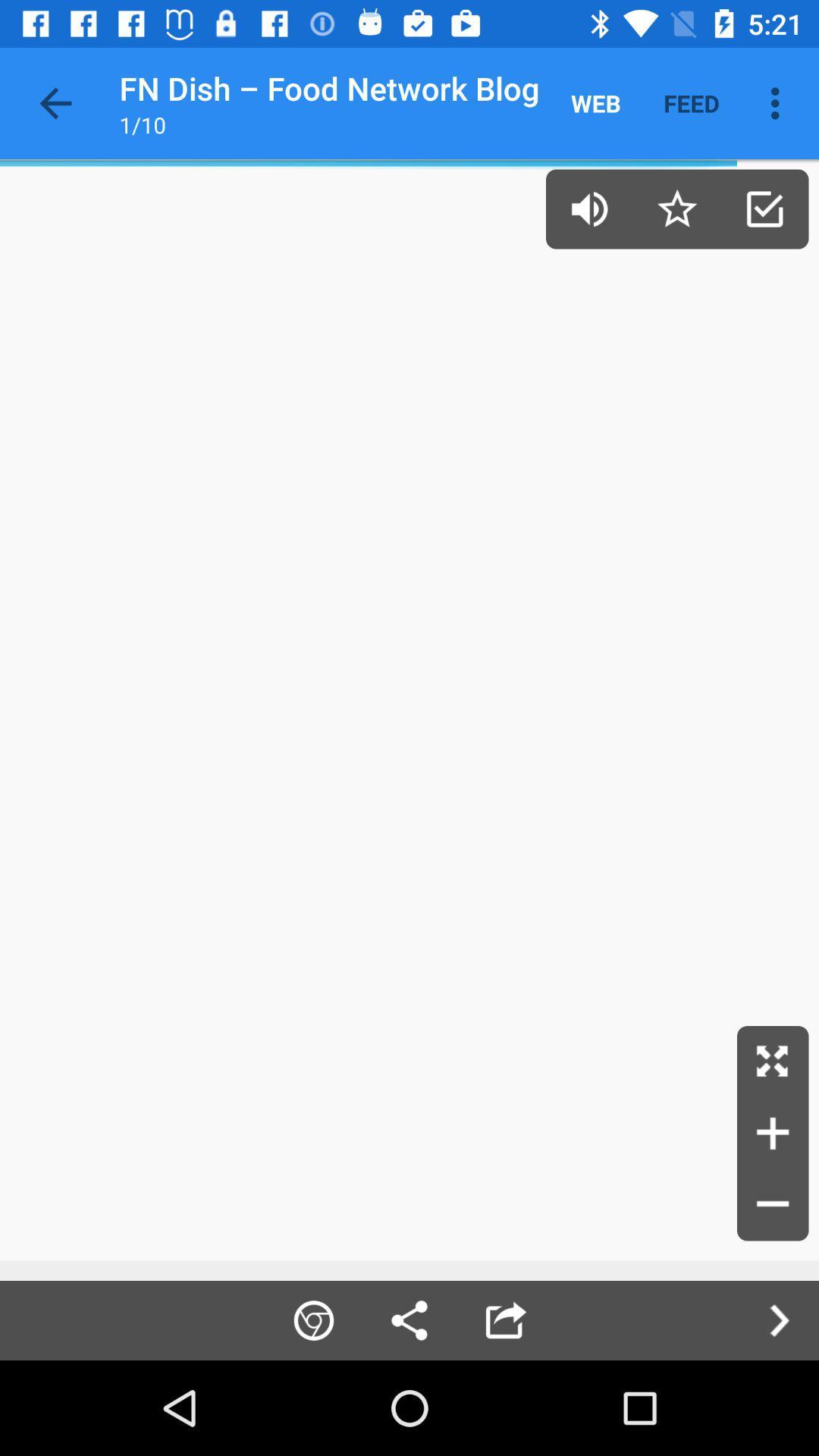 The width and height of the screenshot is (819, 1456). Describe the element at coordinates (312, 1319) in the screenshot. I see `the globe icon` at that location.